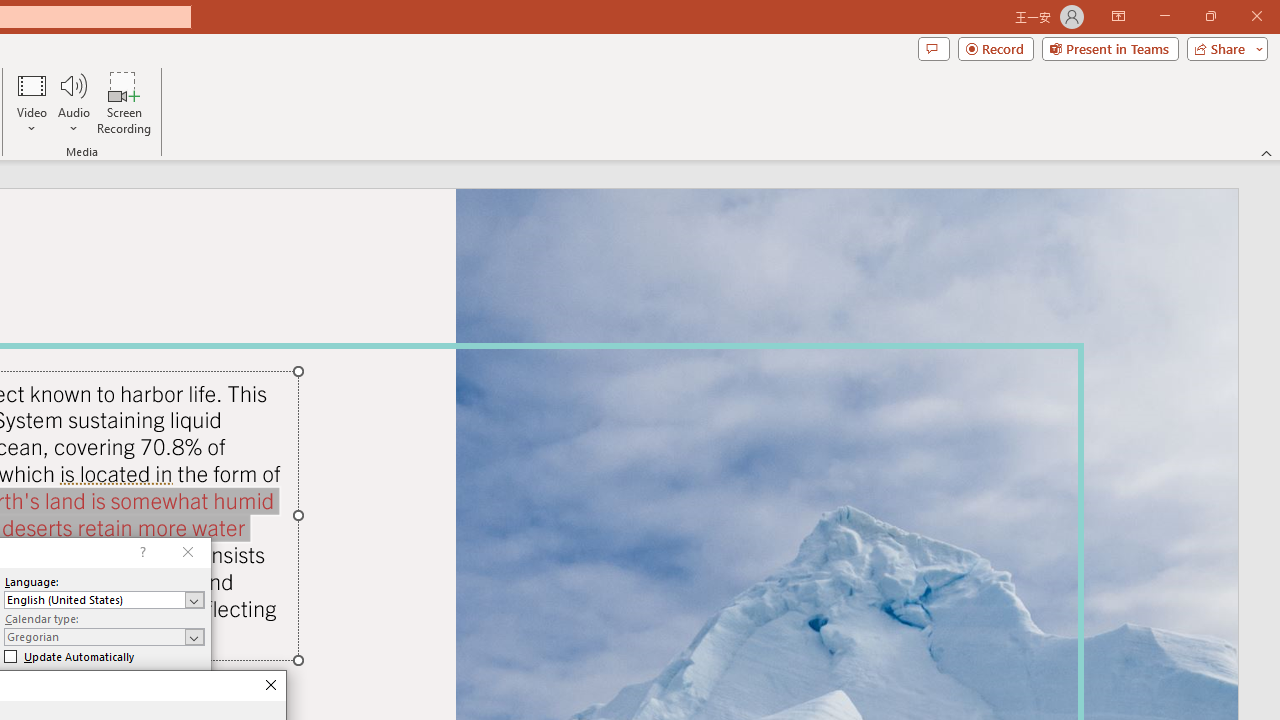 The width and height of the screenshot is (1280, 720). I want to click on 'Restore Down', so click(1209, 16).